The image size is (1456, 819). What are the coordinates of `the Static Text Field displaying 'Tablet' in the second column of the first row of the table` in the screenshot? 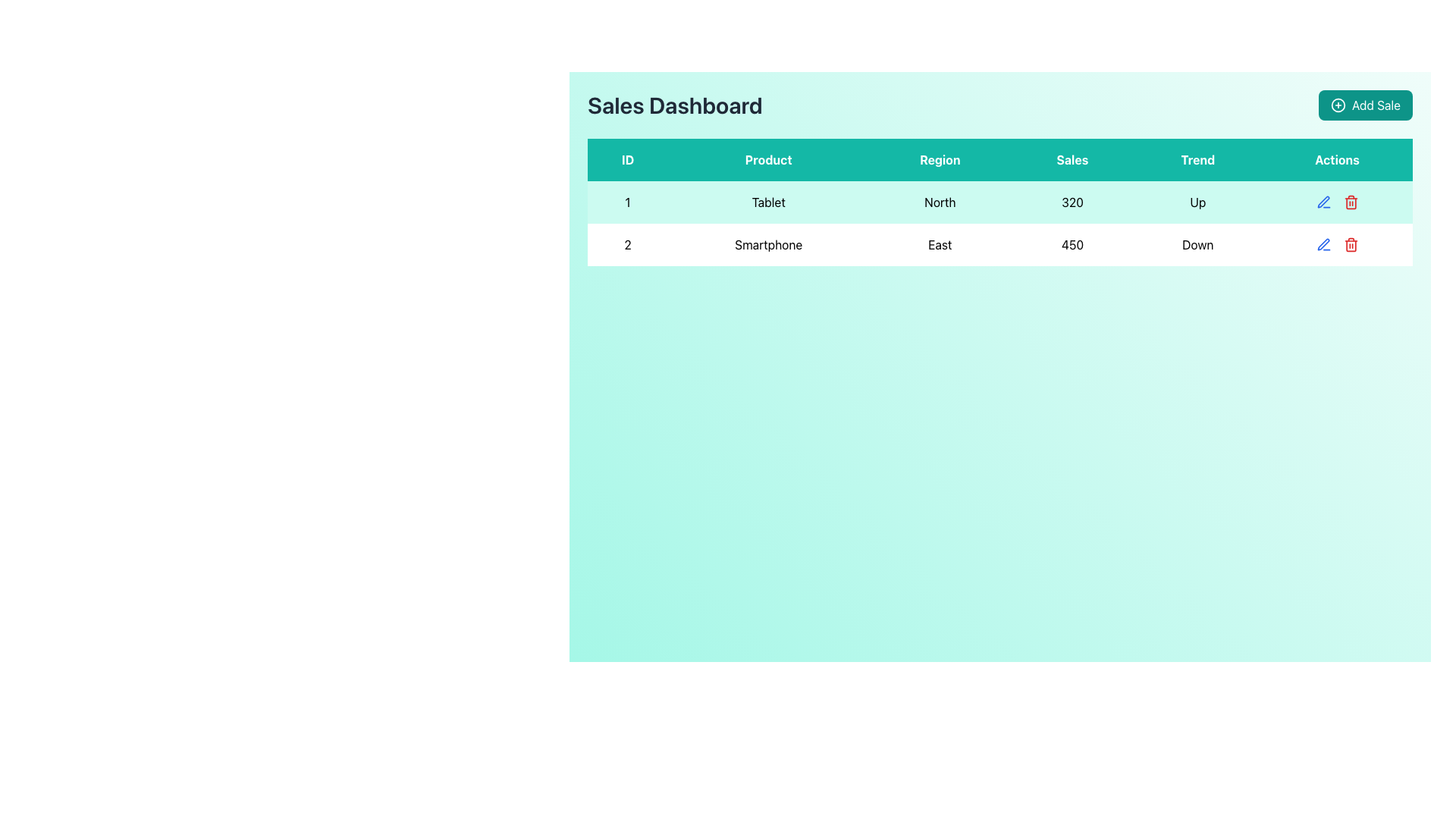 It's located at (768, 201).